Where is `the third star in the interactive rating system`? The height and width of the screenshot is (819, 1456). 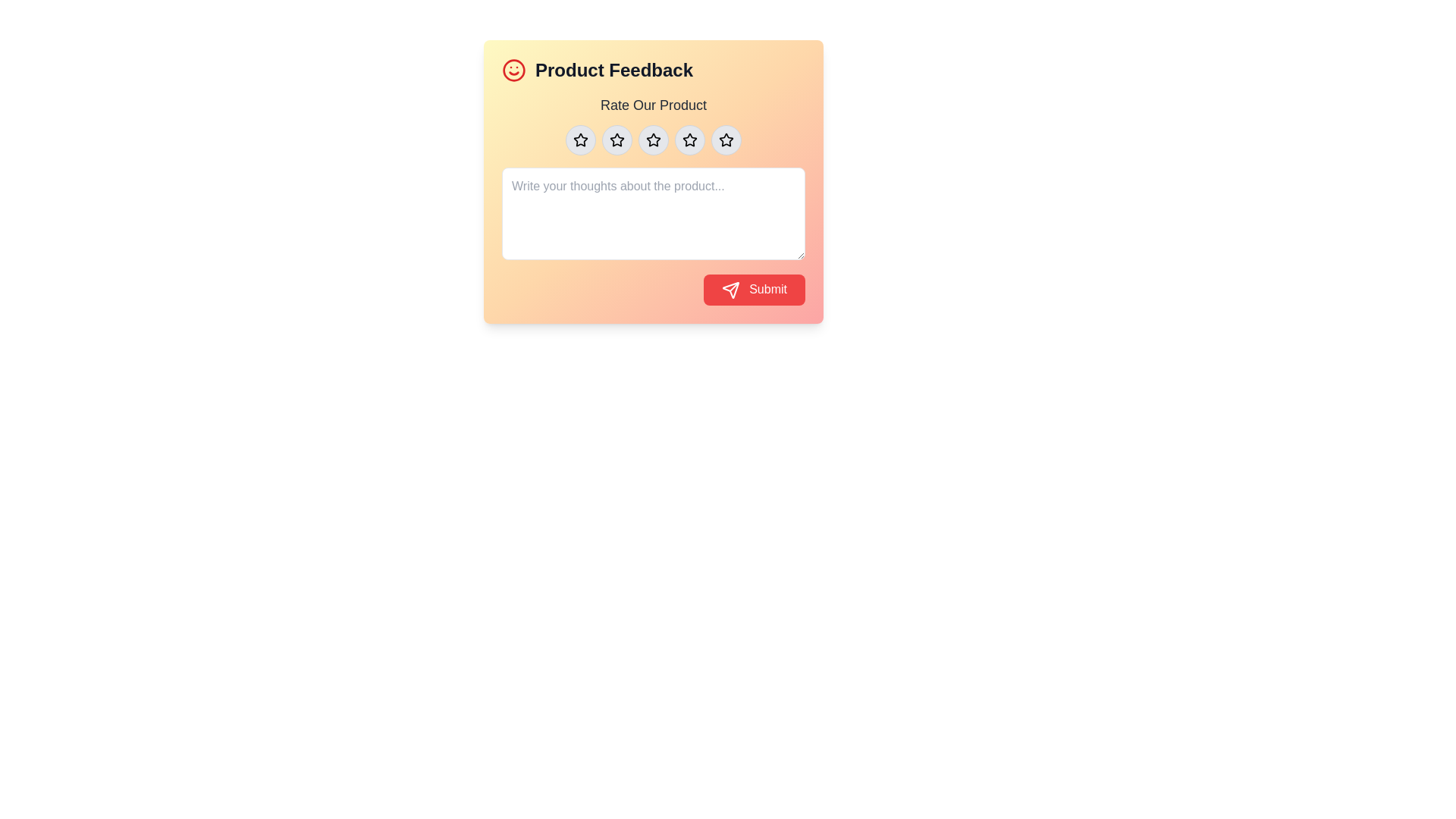 the third star in the interactive rating system is located at coordinates (654, 140).